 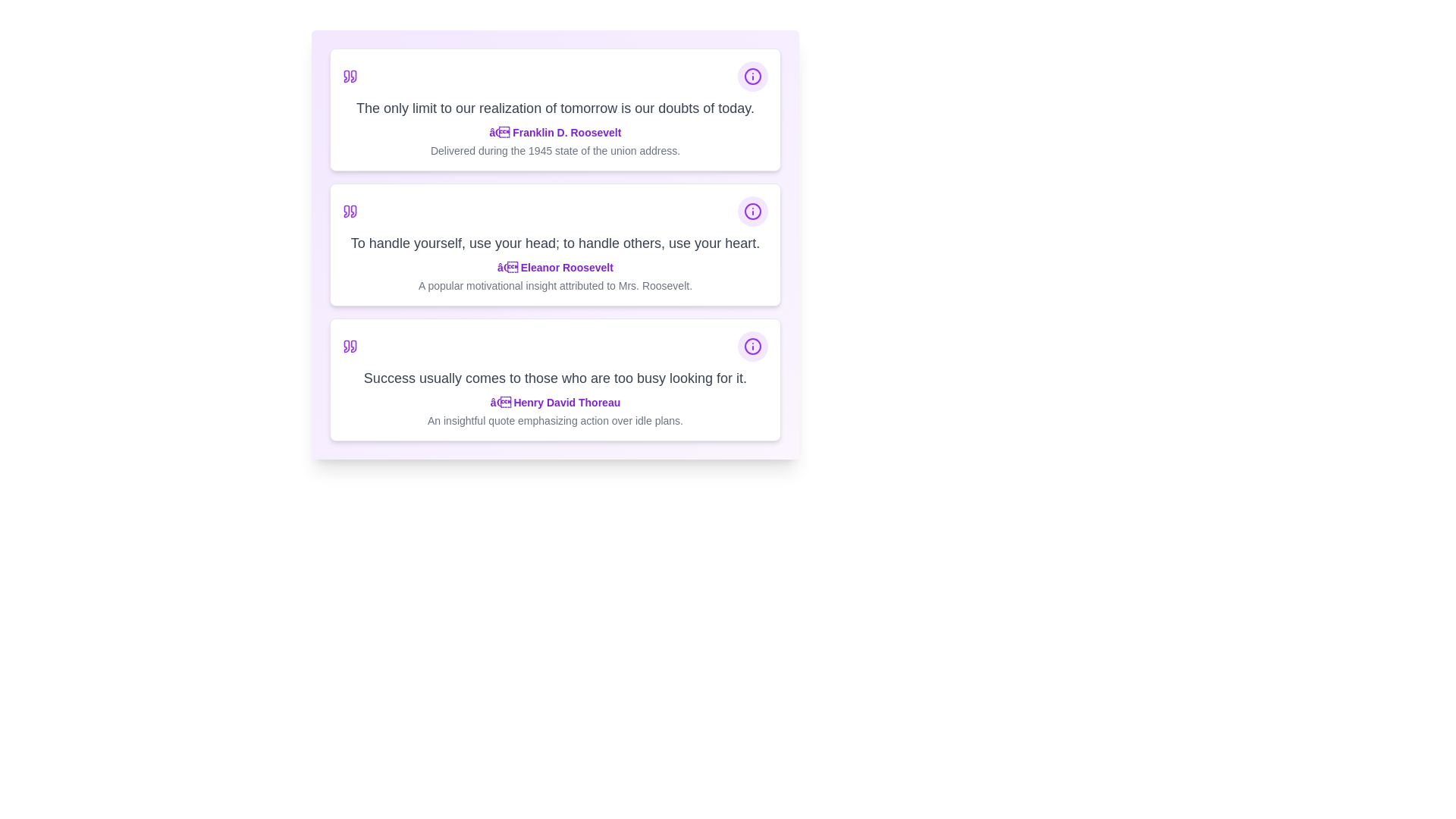 What do you see at coordinates (346, 211) in the screenshot?
I see `the decorative icon indicating quoted text located in the top left corner of the middle card in a vertical stack of three cards` at bounding box center [346, 211].